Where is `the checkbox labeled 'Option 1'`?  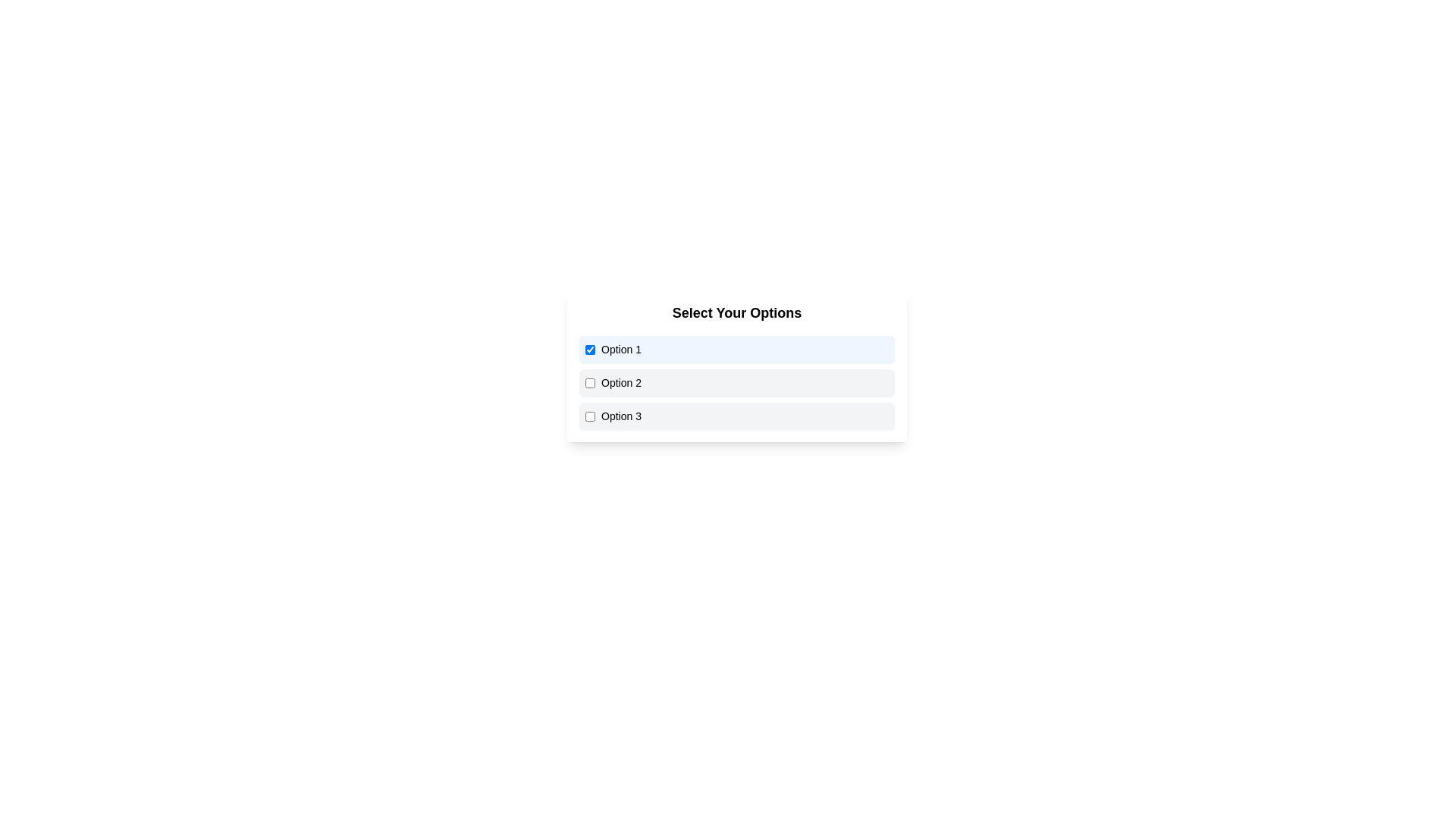 the checkbox labeled 'Option 1' is located at coordinates (589, 350).